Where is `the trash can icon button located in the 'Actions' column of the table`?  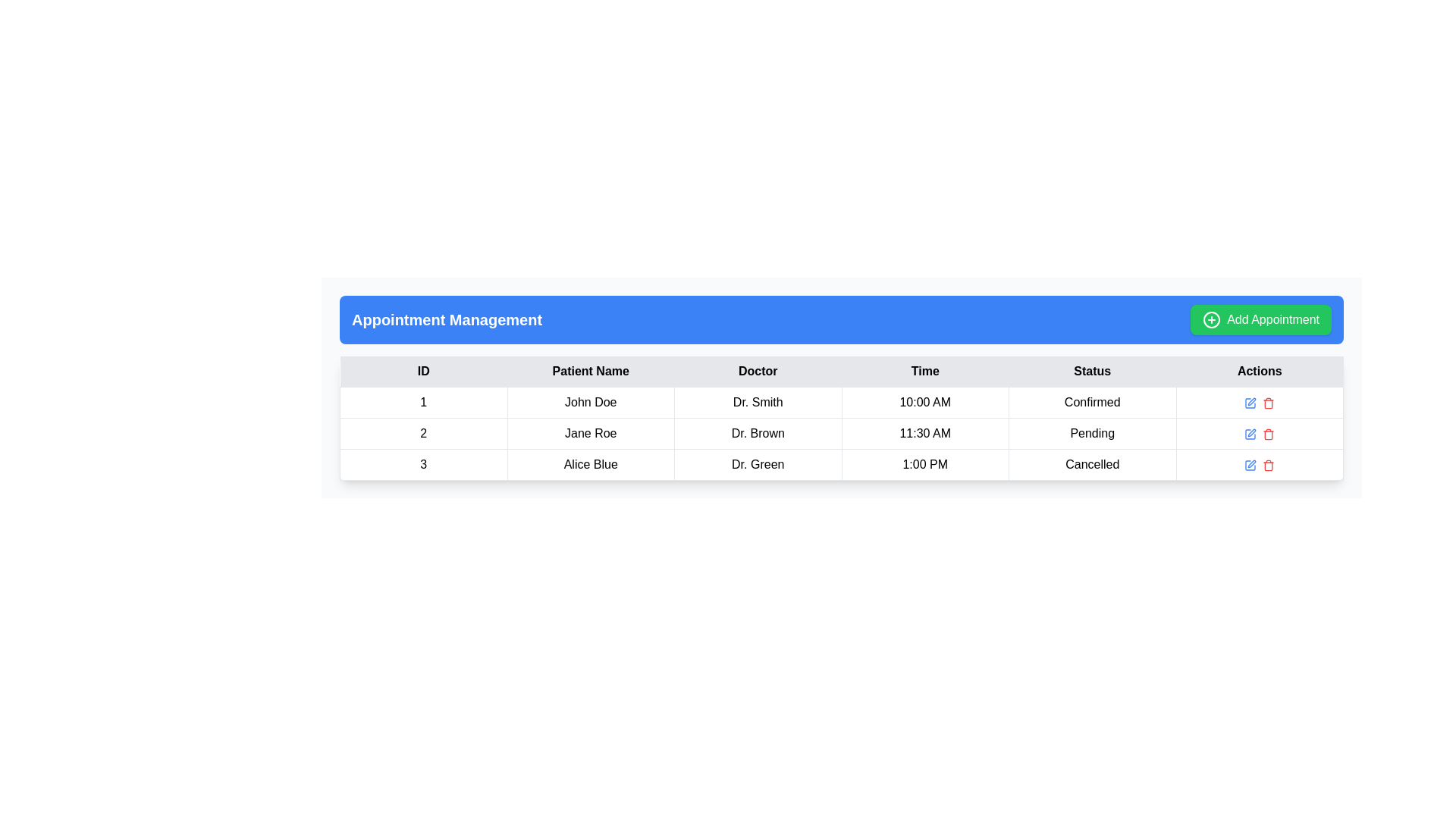 the trash can icon button located in the 'Actions' column of the table is located at coordinates (1269, 464).